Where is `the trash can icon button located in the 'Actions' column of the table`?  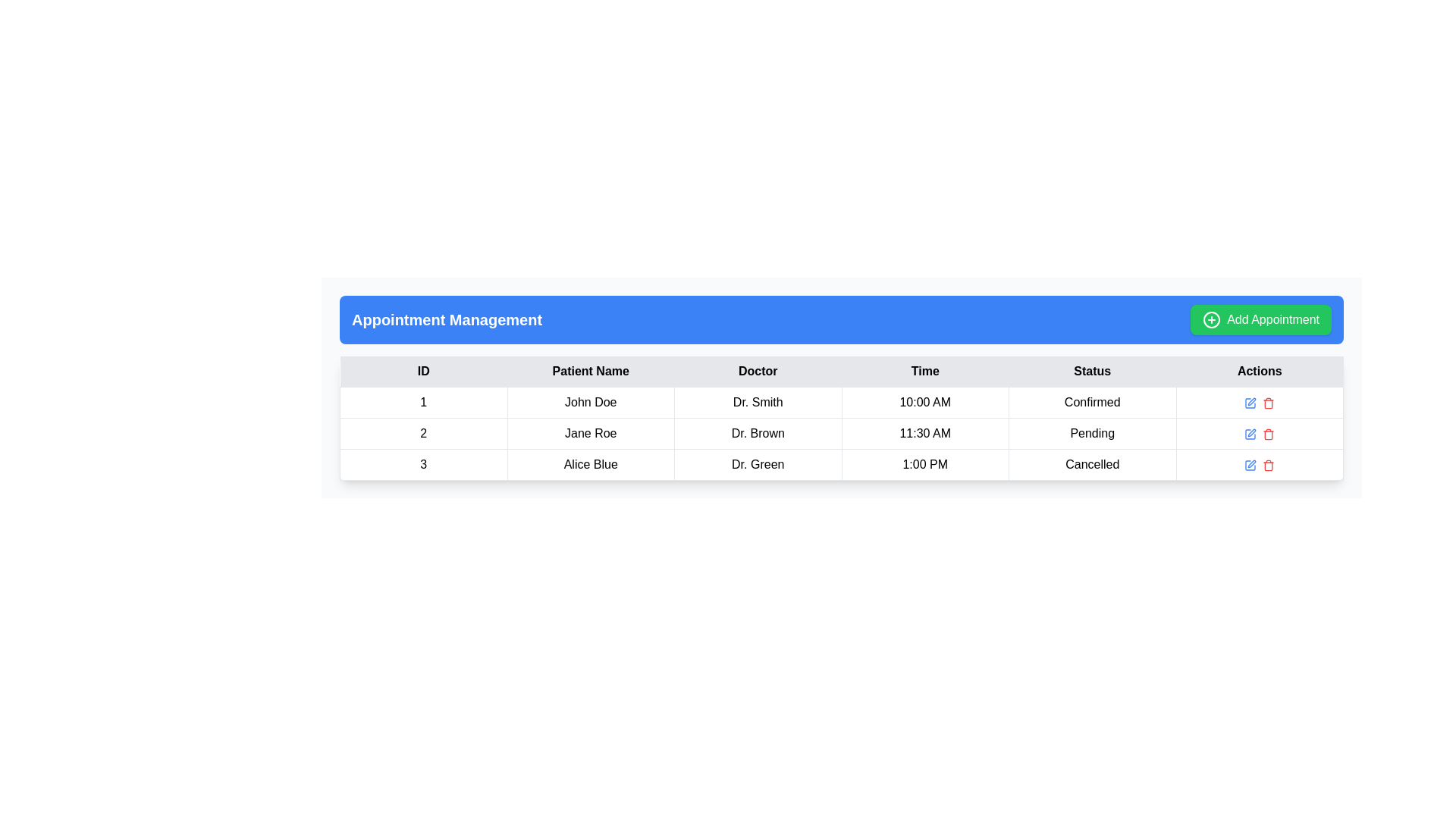 the trash can icon button located in the 'Actions' column of the table is located at coordinates (1269, 464).